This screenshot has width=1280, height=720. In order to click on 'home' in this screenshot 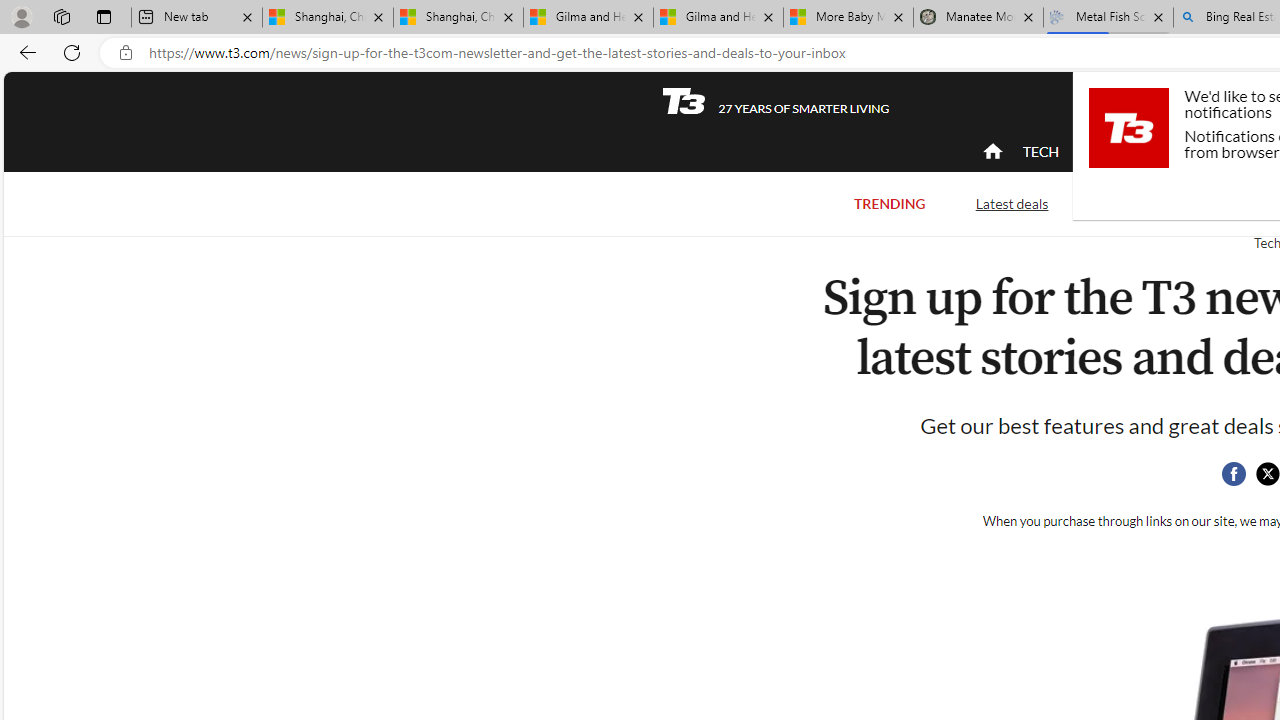, I will do `click(992, 152)`.